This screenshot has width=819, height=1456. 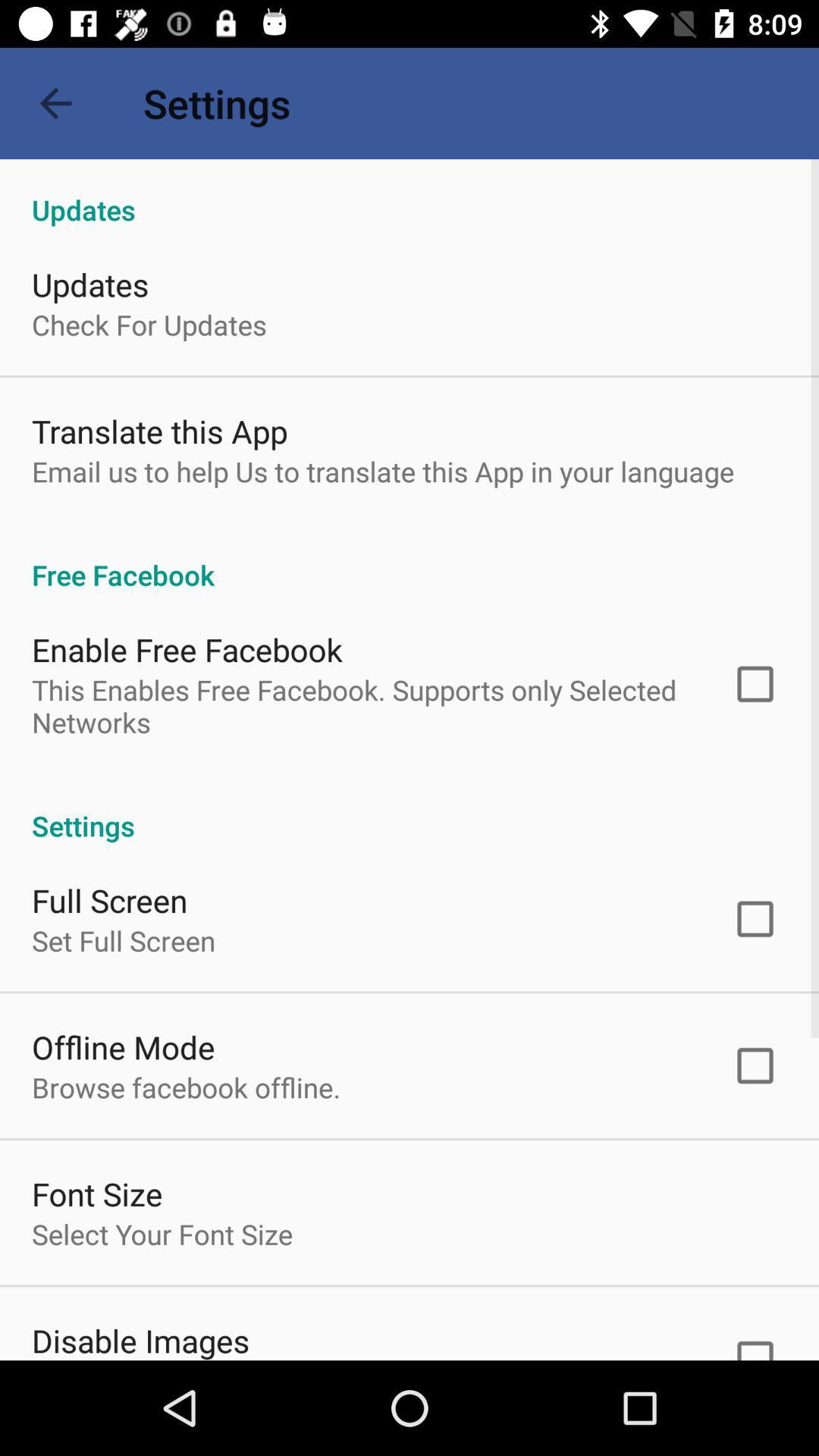 What do you see at coordinates (140, 1339) in the screenshot?
I see `the item below the select your font app` at bounding box center [140, 1339].